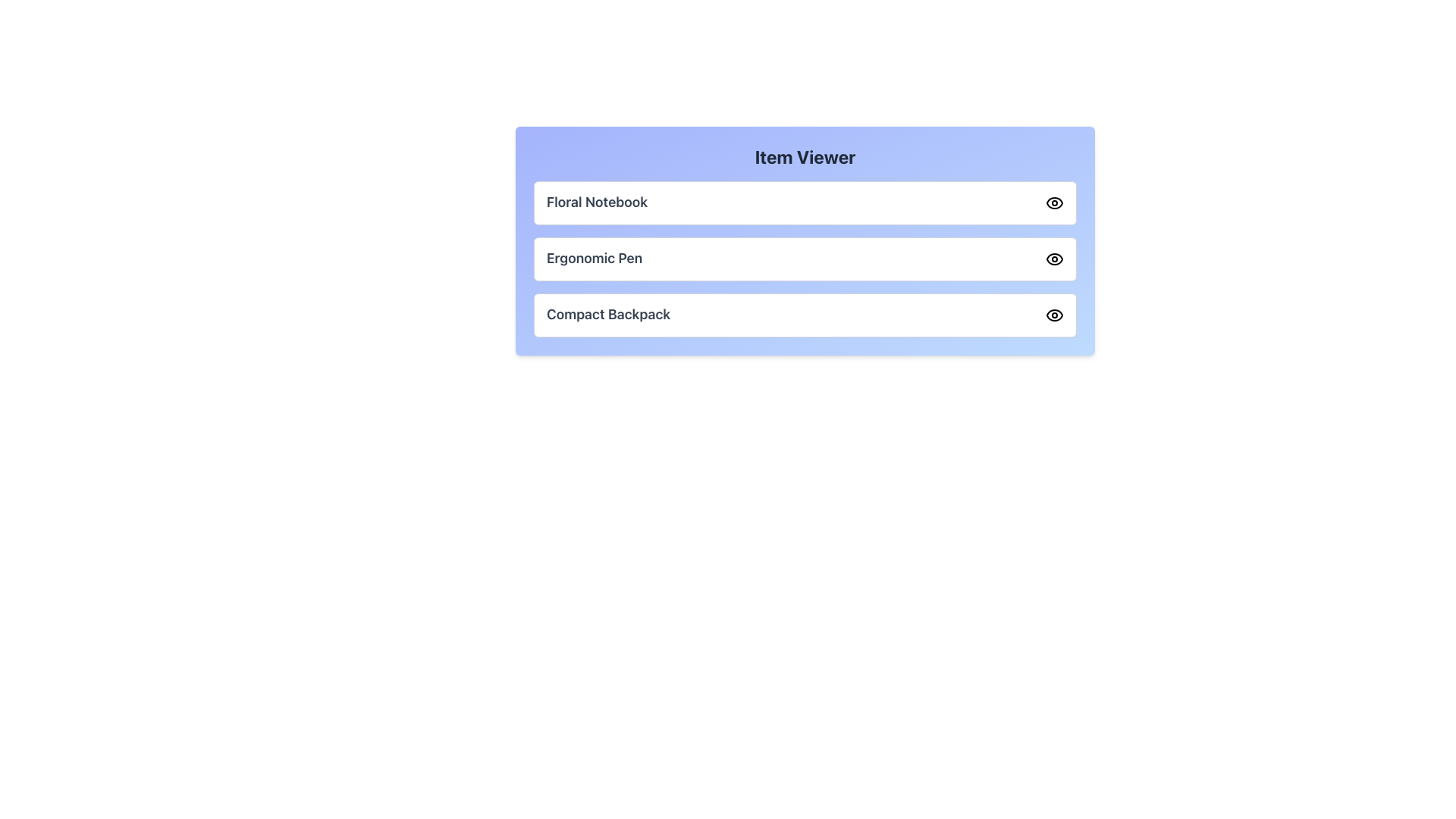 The image size is (1456, 819). Describe the element at coordinates (804, 202) in the screenshot. I see `the topmost item in the list, the 'Floral Notebook'` at that location.